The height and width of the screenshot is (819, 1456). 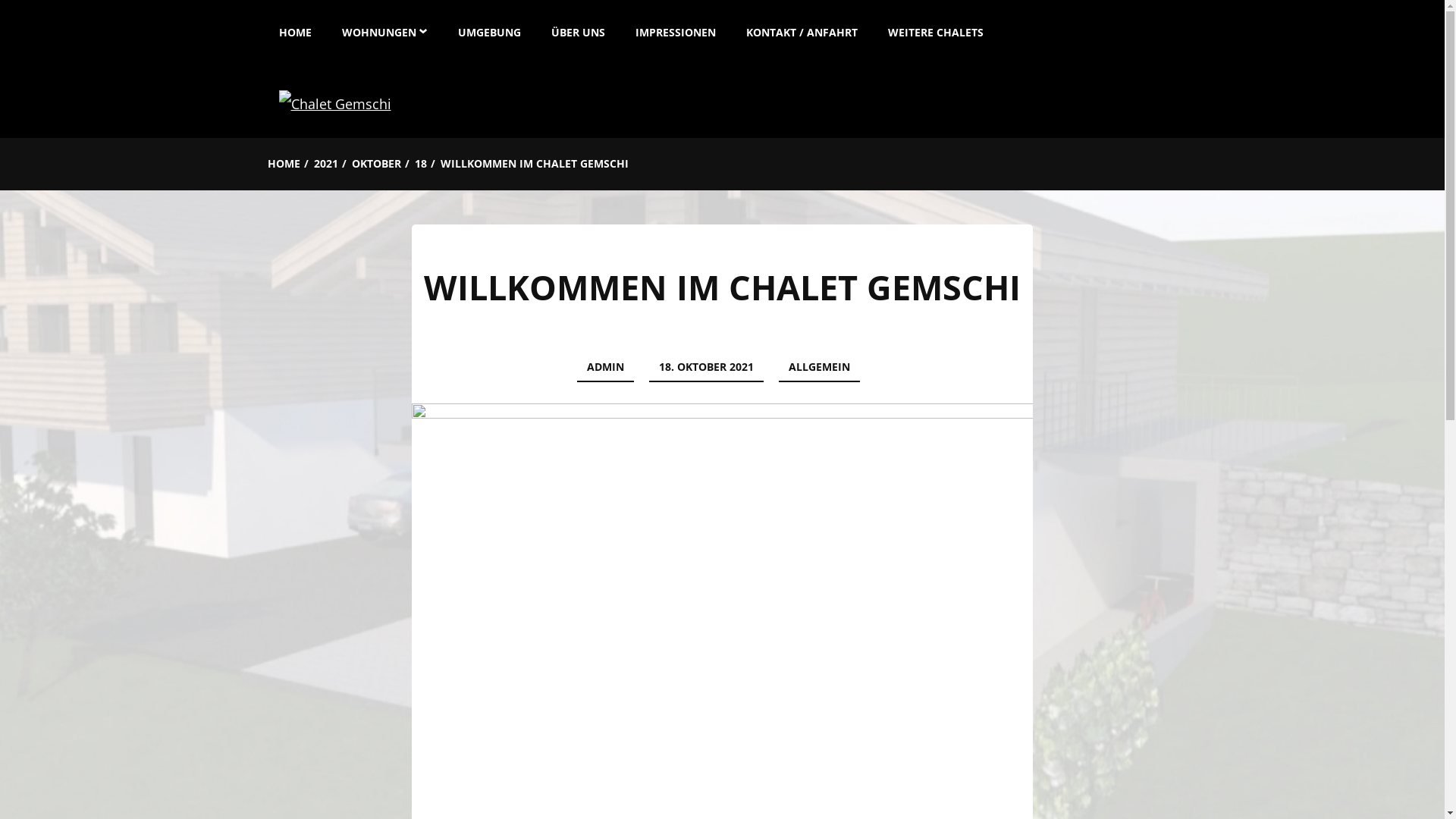 What do you see at coordinates (384, 29) in the screenshot?
I see `'WOHNUNGEN'` at bounding box center [384, 29].